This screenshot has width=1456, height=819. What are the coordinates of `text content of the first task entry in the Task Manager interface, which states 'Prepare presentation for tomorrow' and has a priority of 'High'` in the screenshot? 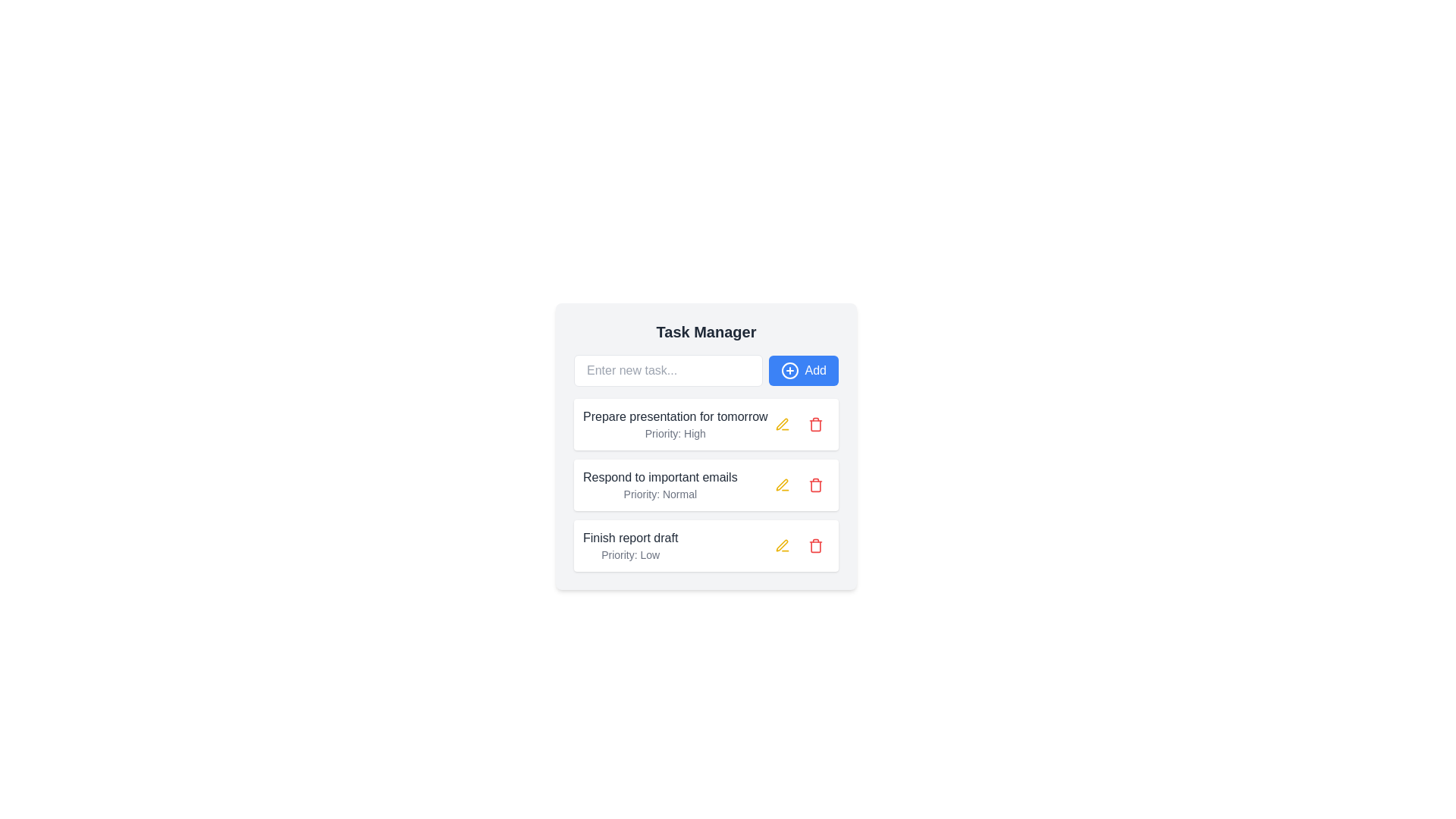 It's located at (674, 424).